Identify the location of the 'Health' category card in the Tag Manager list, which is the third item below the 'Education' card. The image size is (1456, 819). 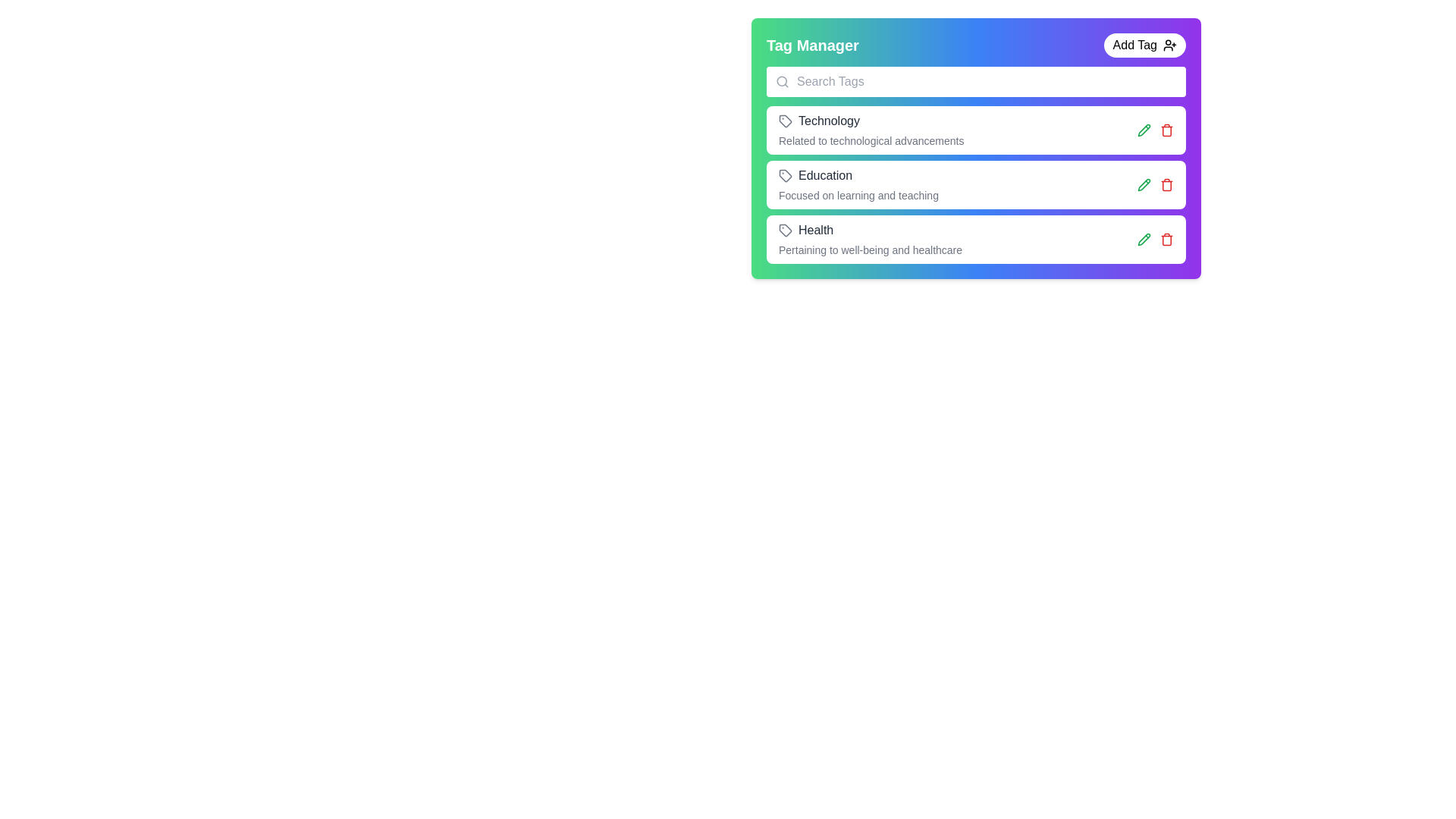
(976, 239).